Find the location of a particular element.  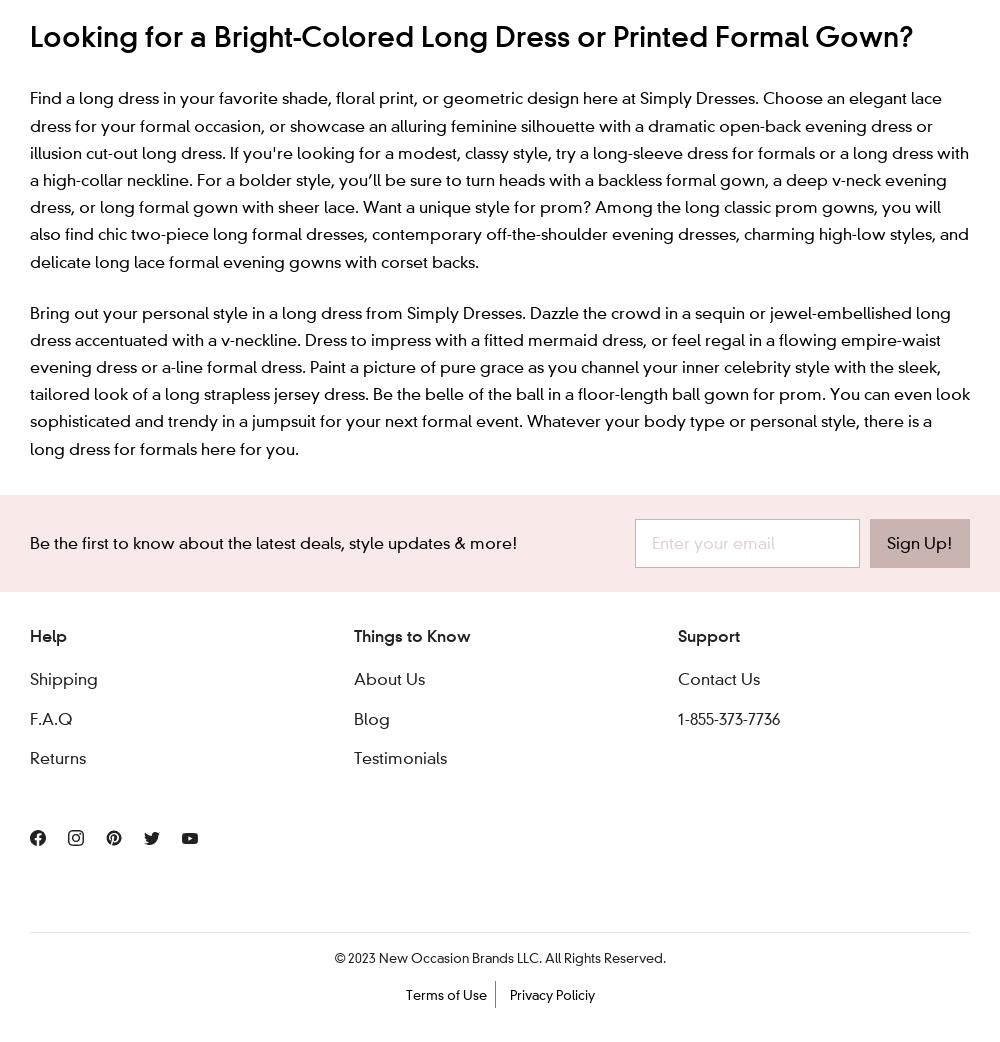

'28' is located at coordinates (483, 24).